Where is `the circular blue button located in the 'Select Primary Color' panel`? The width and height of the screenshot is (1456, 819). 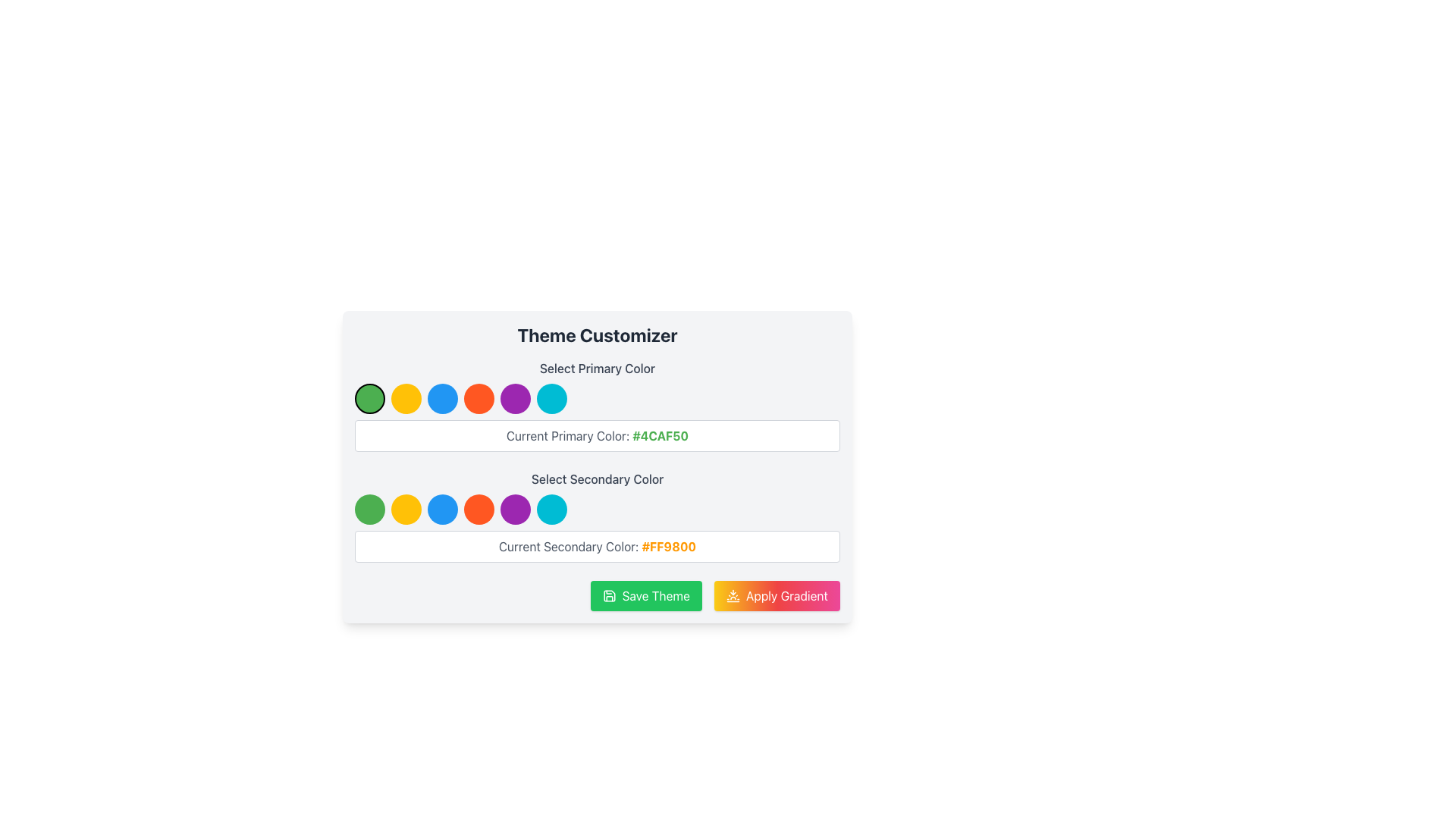
the circular blue button located in the 'Select Primary Color' panel is located at coordinates (442, 397).